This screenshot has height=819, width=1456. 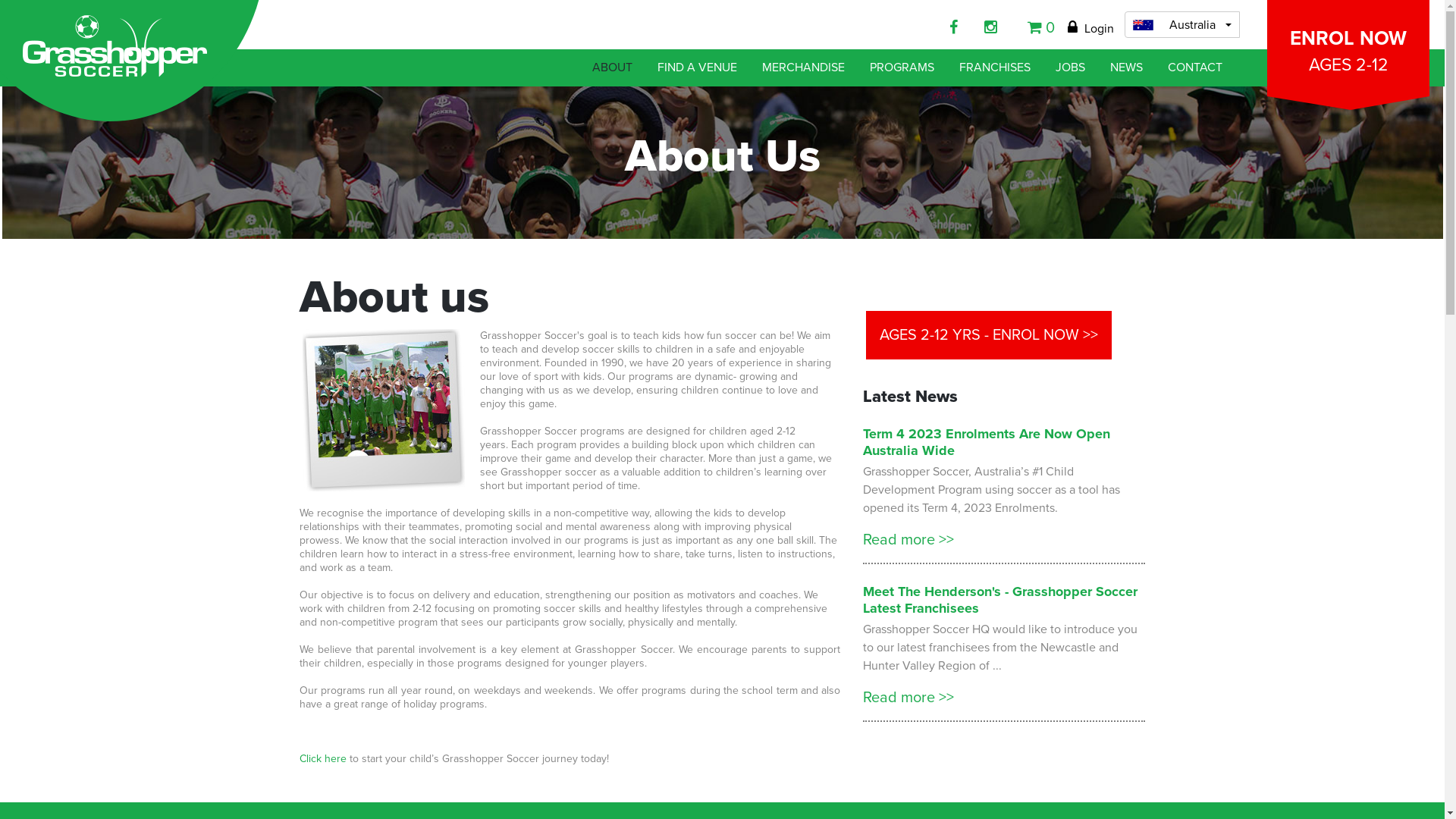 I want to click on 'Australia', so click(x=1181, y=24).